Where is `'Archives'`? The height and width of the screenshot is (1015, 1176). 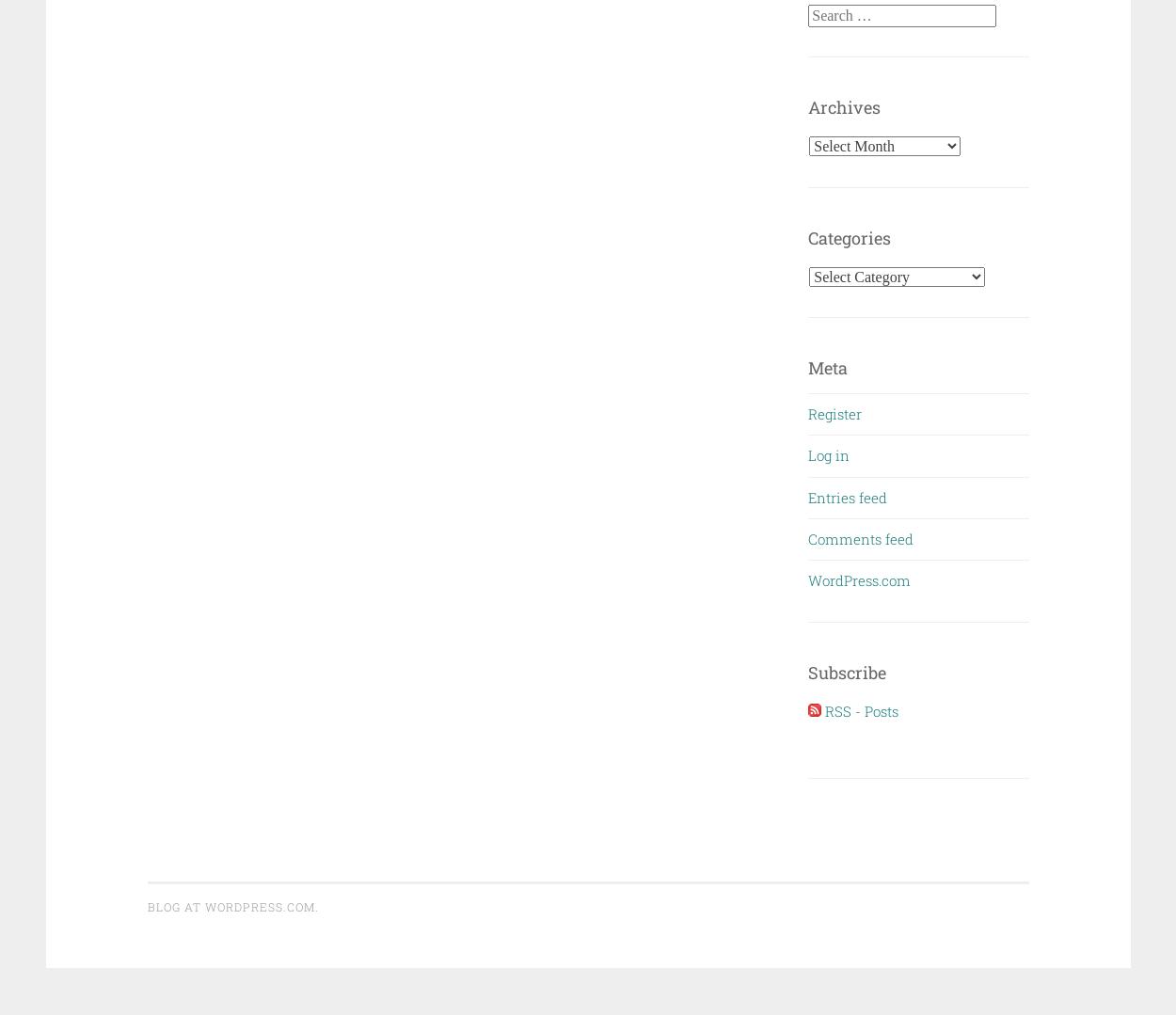 'Archives' is located at coordinates (844, 105).